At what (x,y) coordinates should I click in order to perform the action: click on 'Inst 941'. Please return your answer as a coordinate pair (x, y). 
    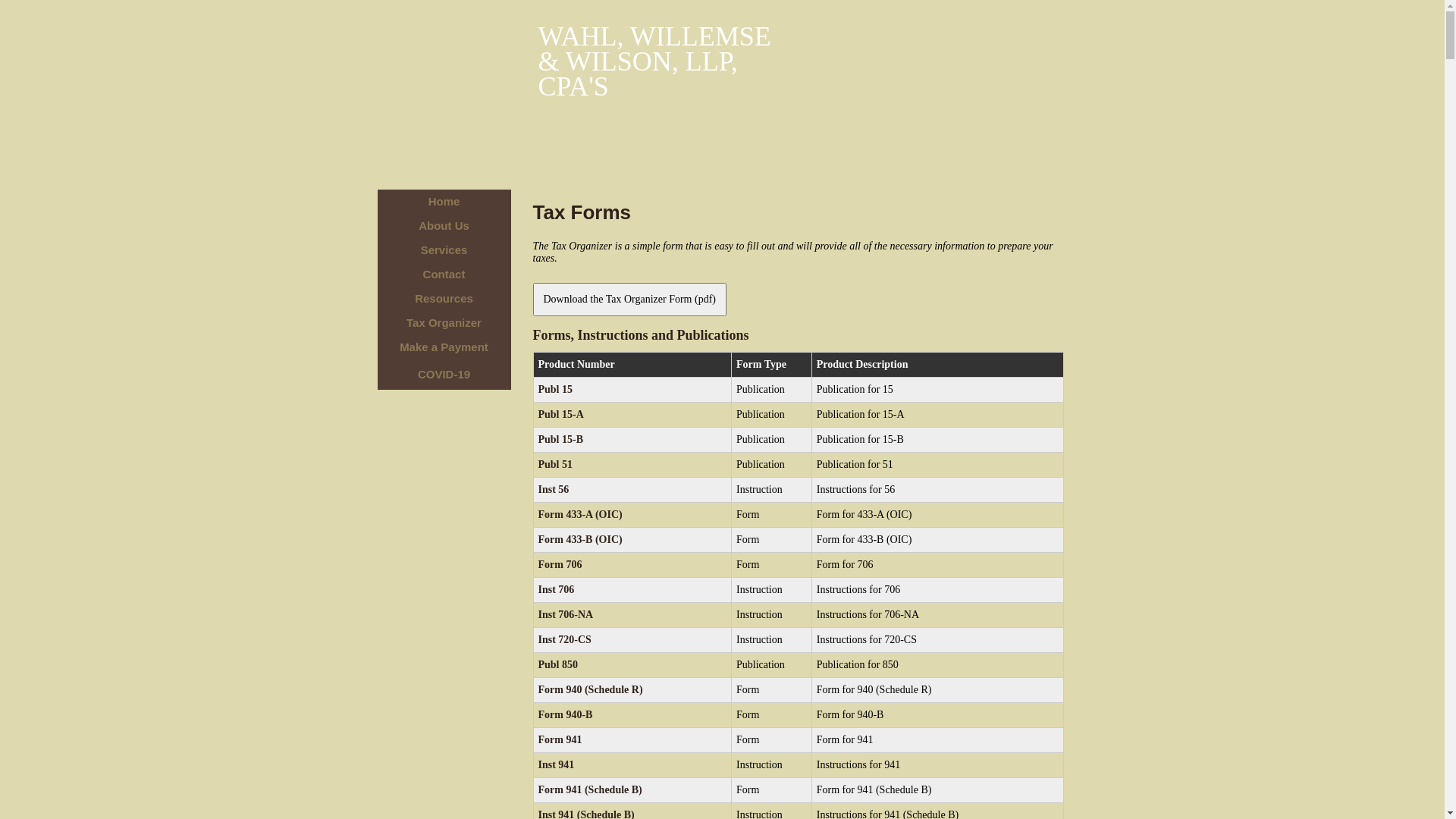
    Looking at the image, I should click on (556, 764).